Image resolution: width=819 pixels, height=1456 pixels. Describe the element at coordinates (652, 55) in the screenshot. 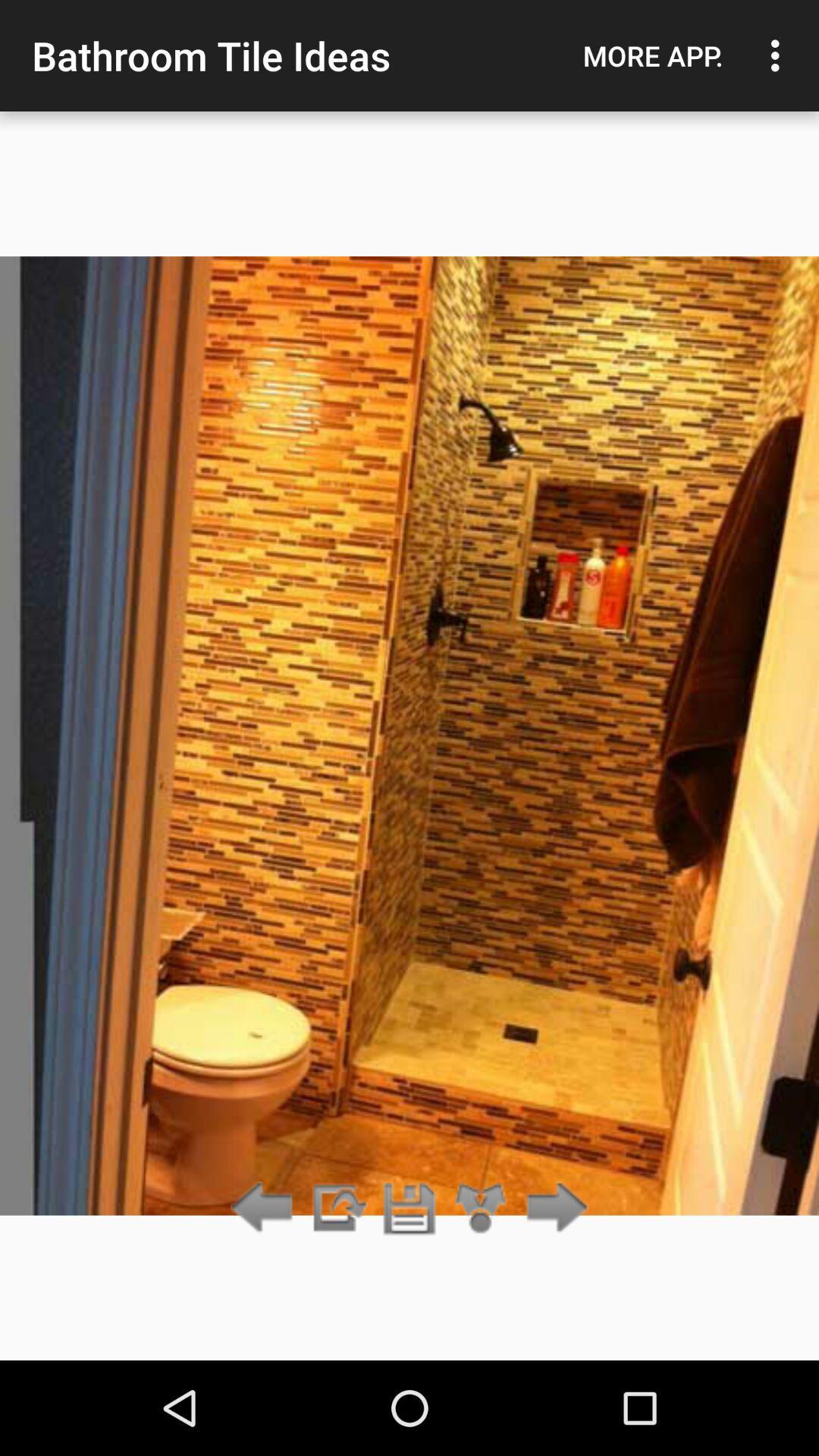

I see `the item next to the bathroom tile ideas` at that location.